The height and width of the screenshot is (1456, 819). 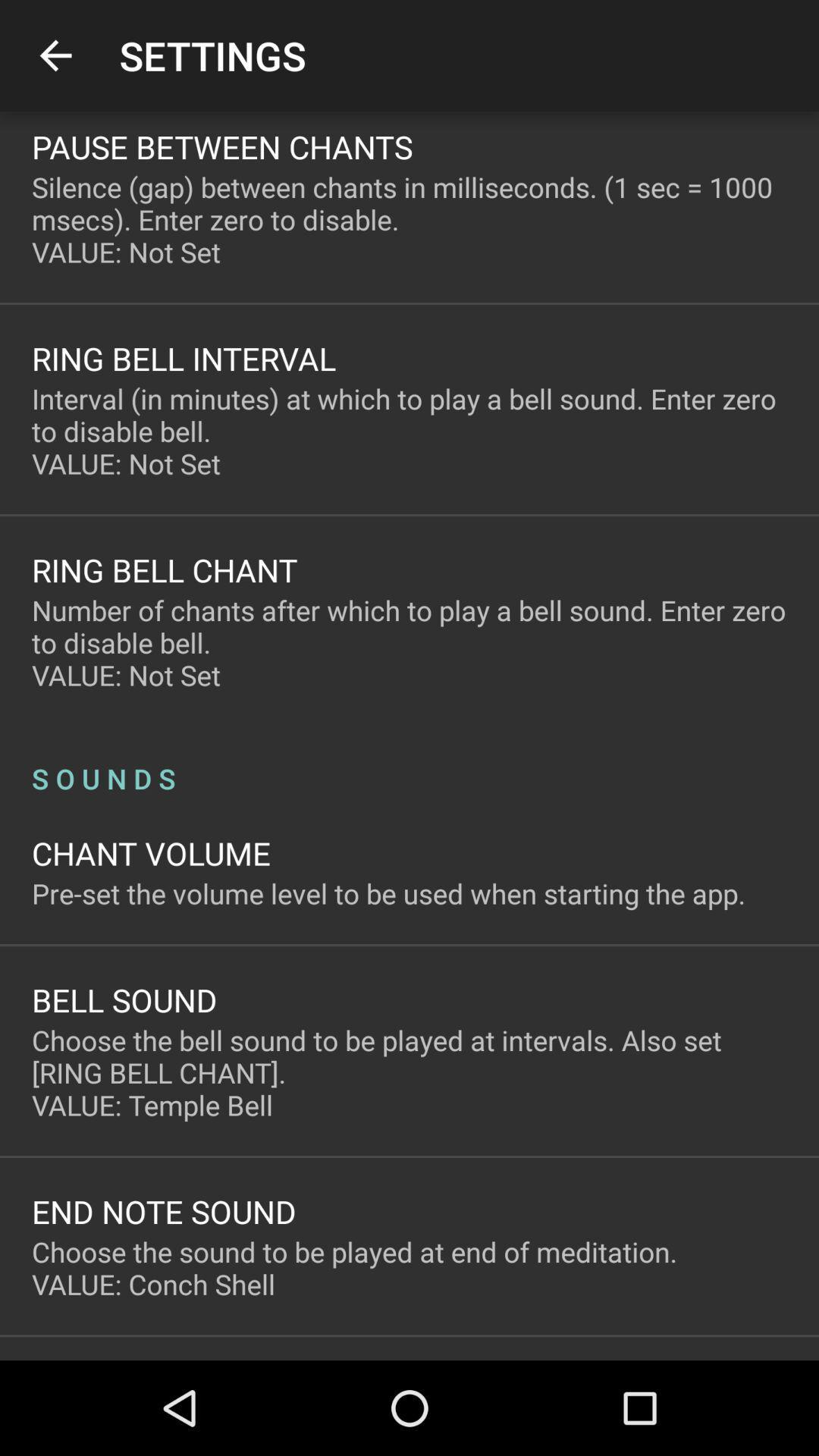 I want to click on the interval in minutes icon, so click(x=409, y=430).